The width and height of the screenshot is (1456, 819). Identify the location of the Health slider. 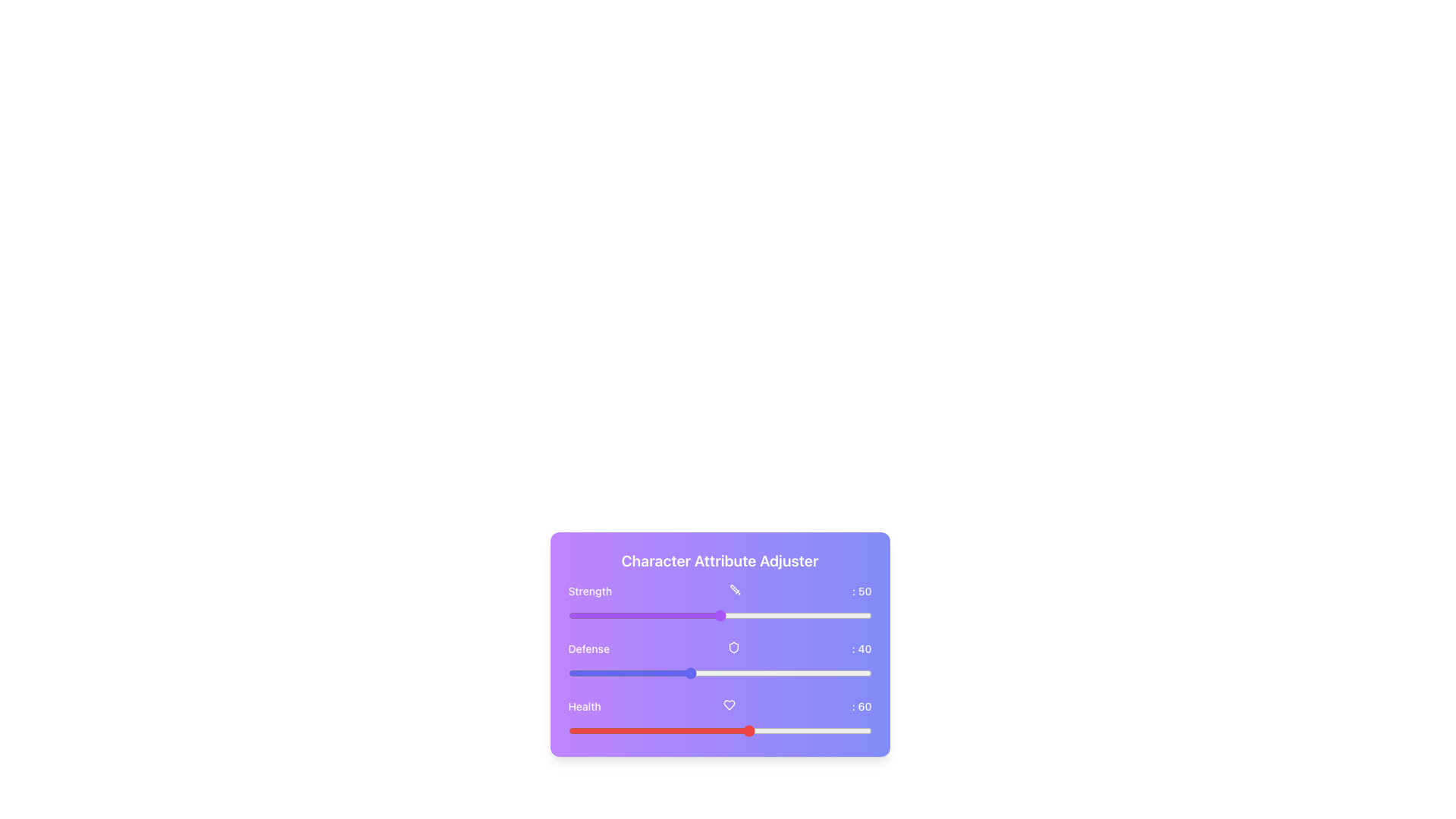
(819, 730).